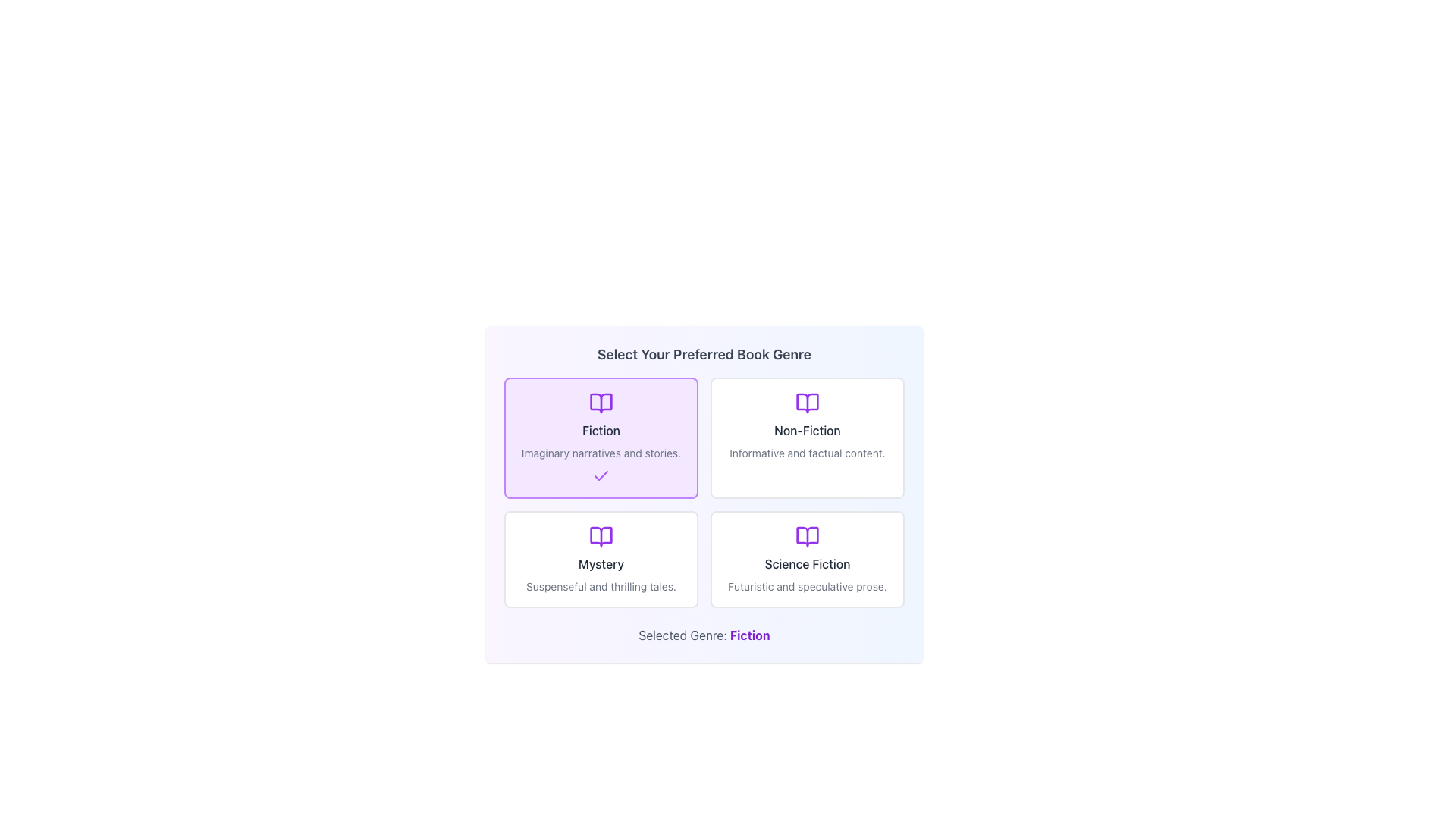  Describe the element at coordinates (600, 430) in the screenshot. I see `text label identifying the genre as 'Fiction', which is part of the selectable genre card with a purple background and border, located in the upper-left quadrant of the grid layout` at that location.